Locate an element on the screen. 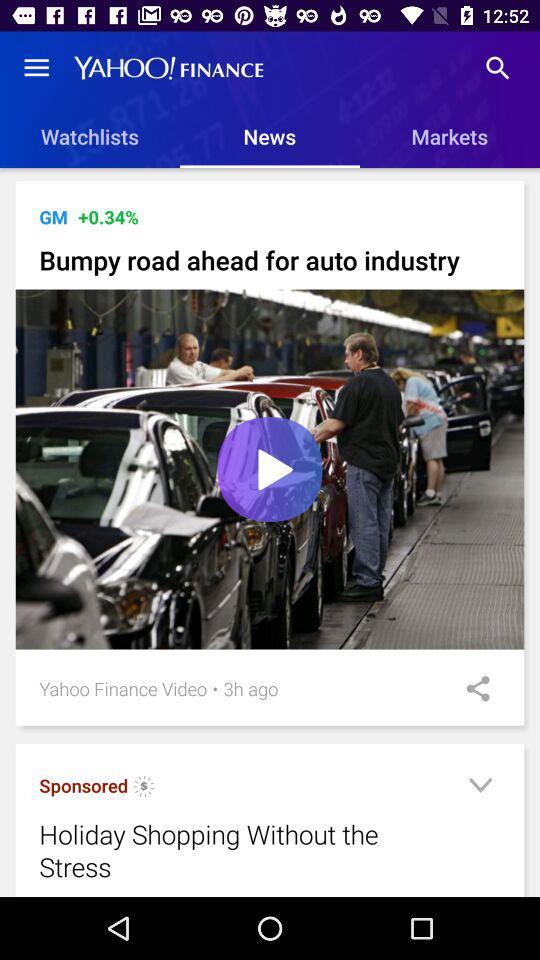 The height and width of the screenshot is (960, 540). click for more information is located at coordinates (143, 789).